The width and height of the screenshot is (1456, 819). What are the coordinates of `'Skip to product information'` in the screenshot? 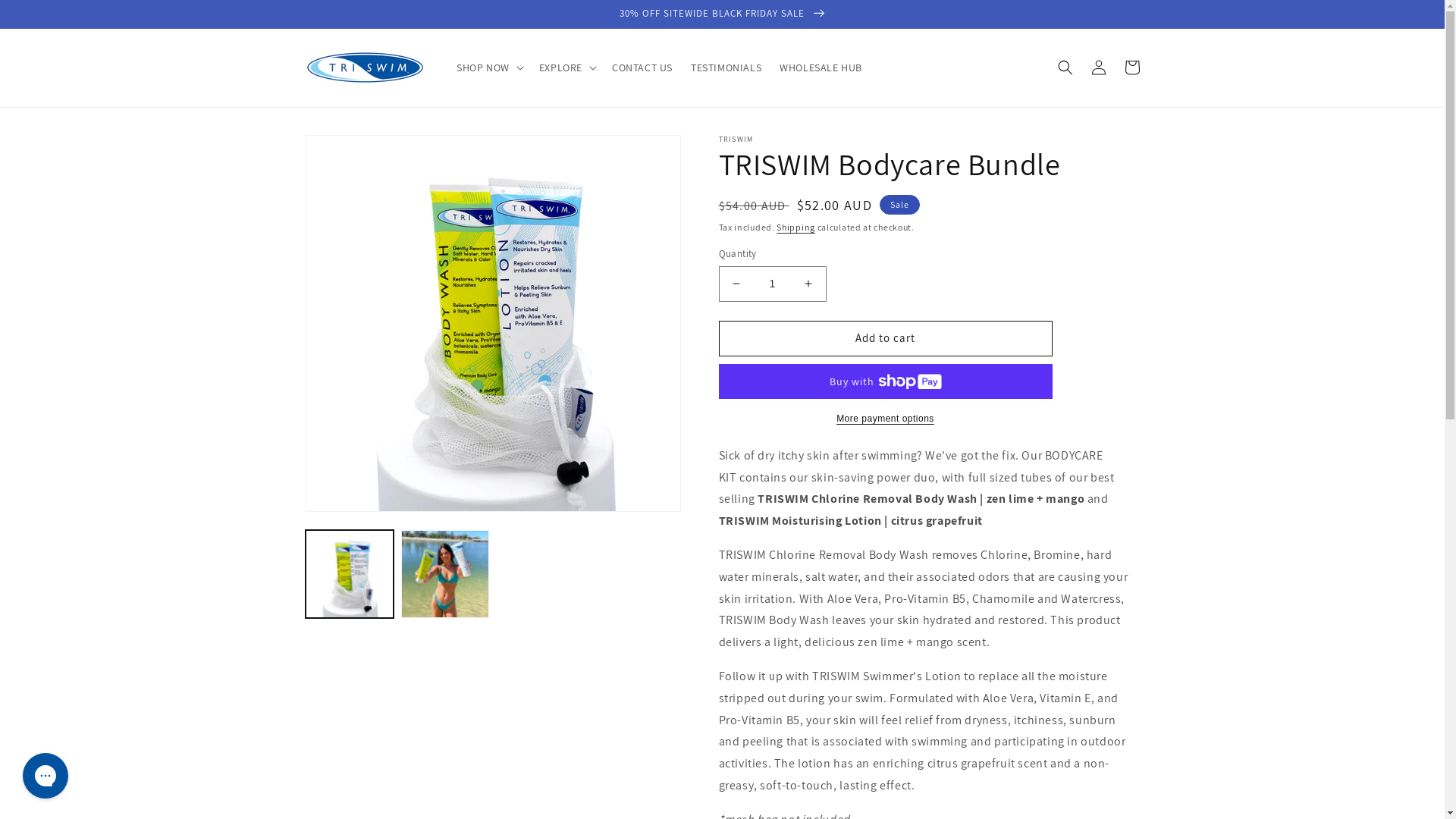 It's located at (350, 152).